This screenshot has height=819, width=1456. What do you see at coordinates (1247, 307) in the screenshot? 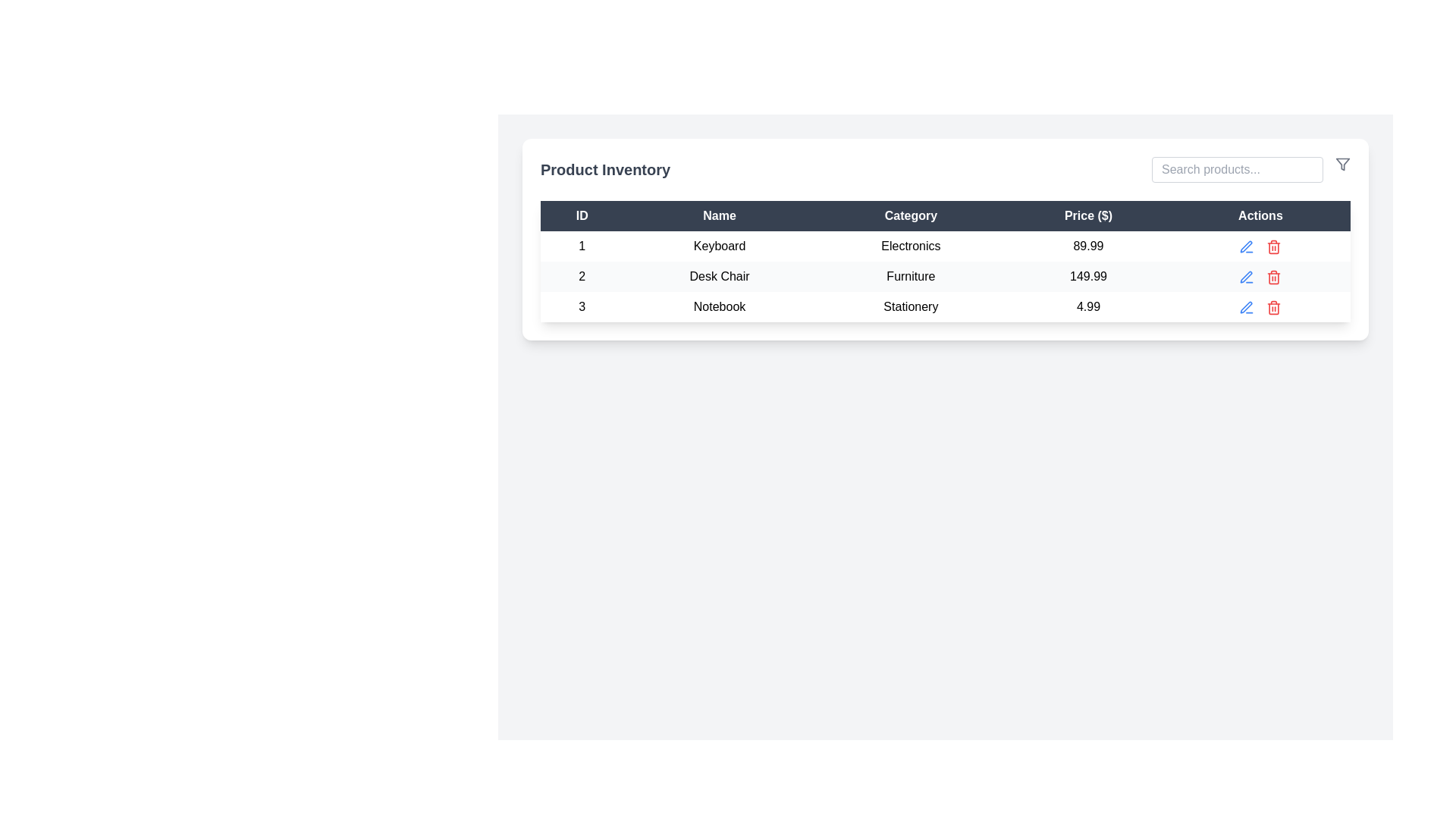
I see `the pen-shaped blue icon button located in the 'Actions' column of the third row of the table` at bounding box center [1247, 307].